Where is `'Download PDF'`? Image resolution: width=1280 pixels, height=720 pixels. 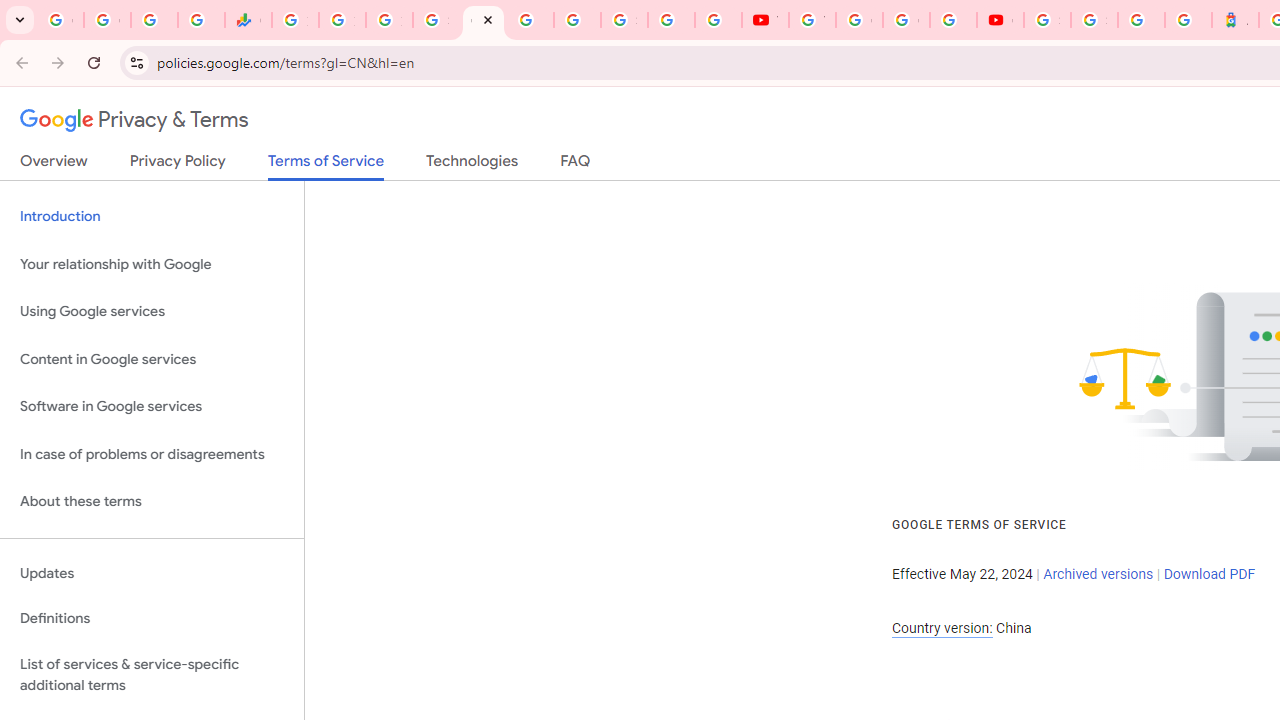 'Download PDF' is located at coordinates (1208, 574).